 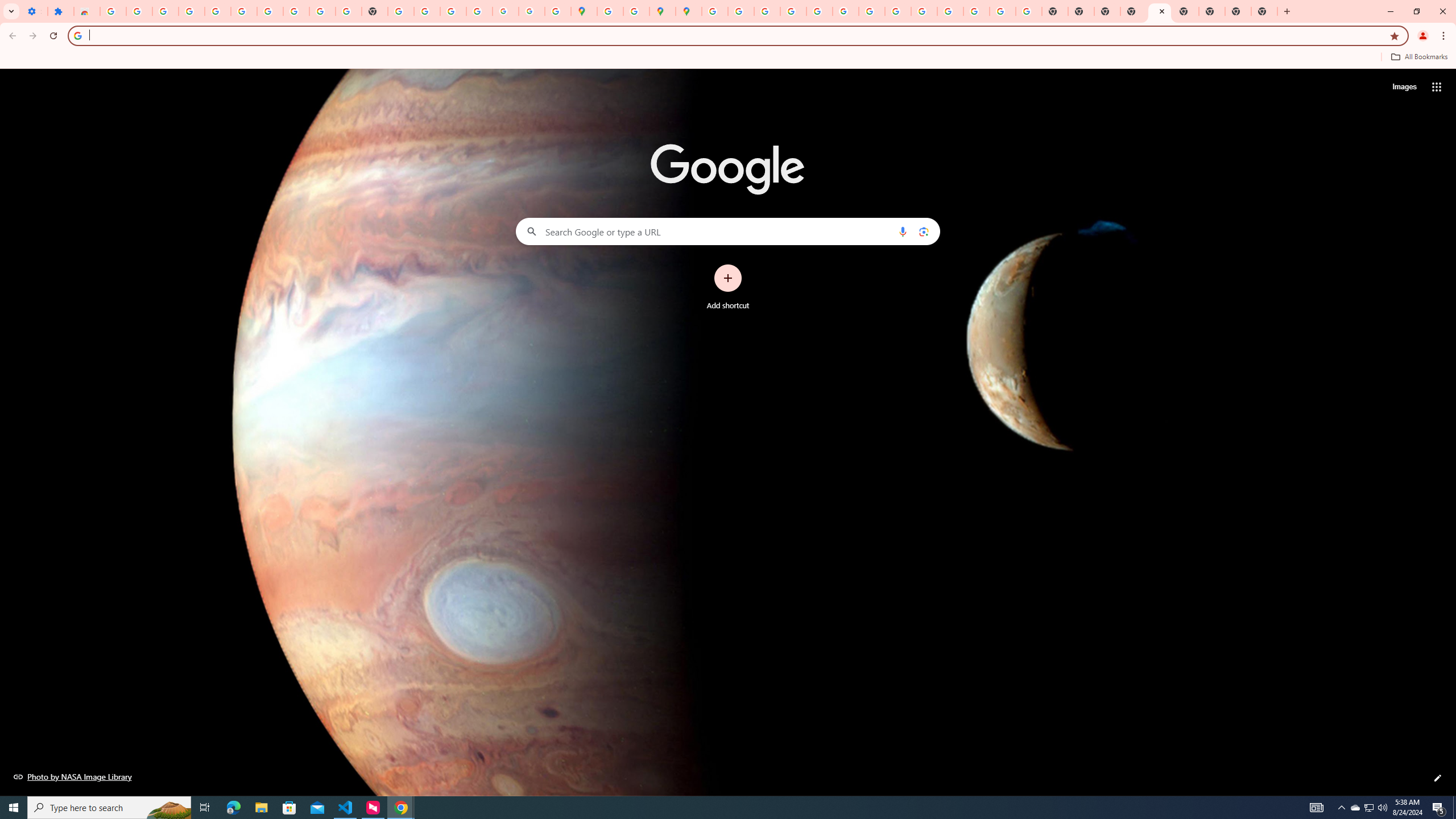 What do you see at coordinates (11, 11) in the screenshot?
I see `'Search tabs'` at bounding box center [11, 11].